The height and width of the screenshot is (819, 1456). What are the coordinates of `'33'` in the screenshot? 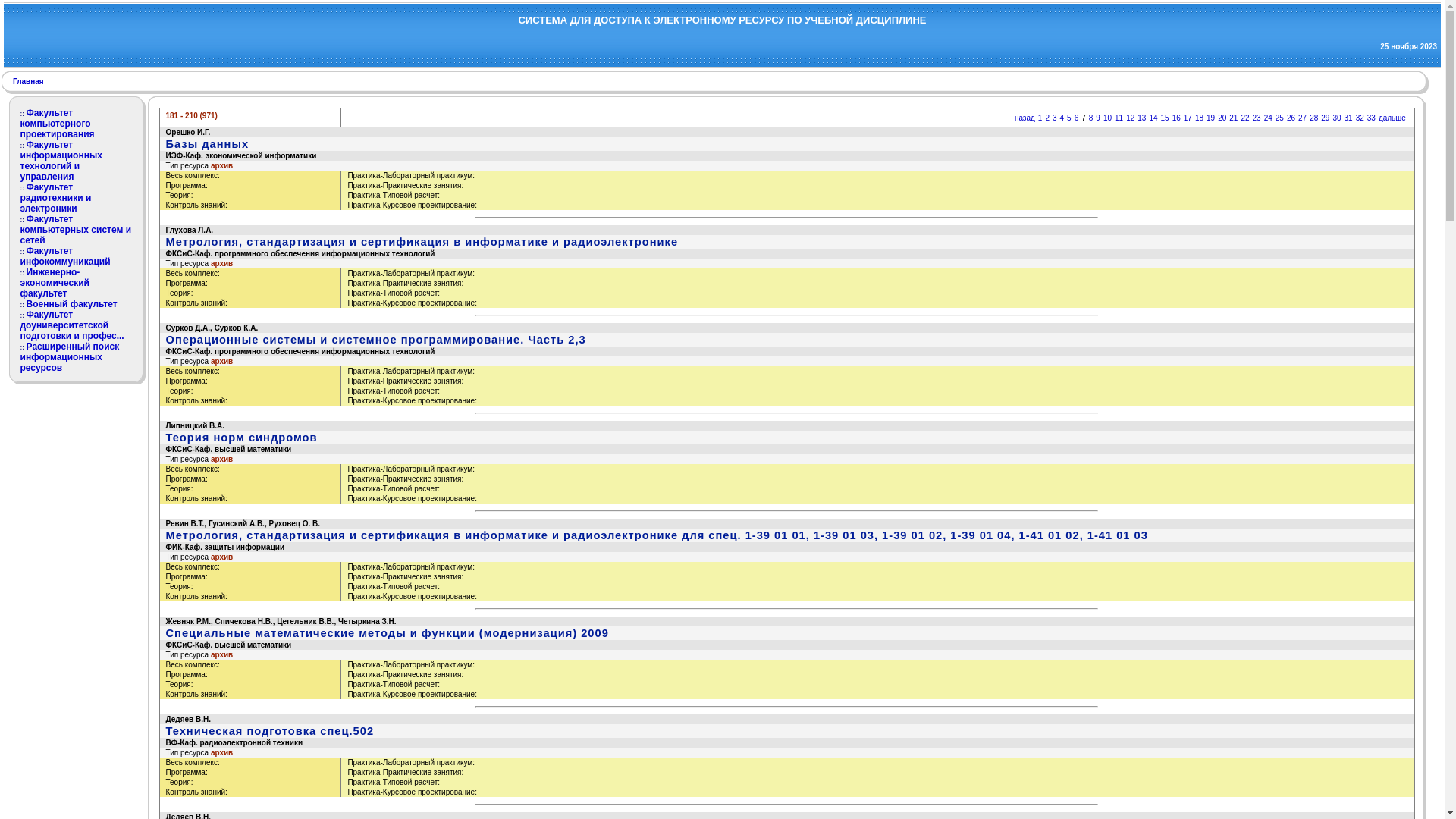 It's located at (1371, 117).